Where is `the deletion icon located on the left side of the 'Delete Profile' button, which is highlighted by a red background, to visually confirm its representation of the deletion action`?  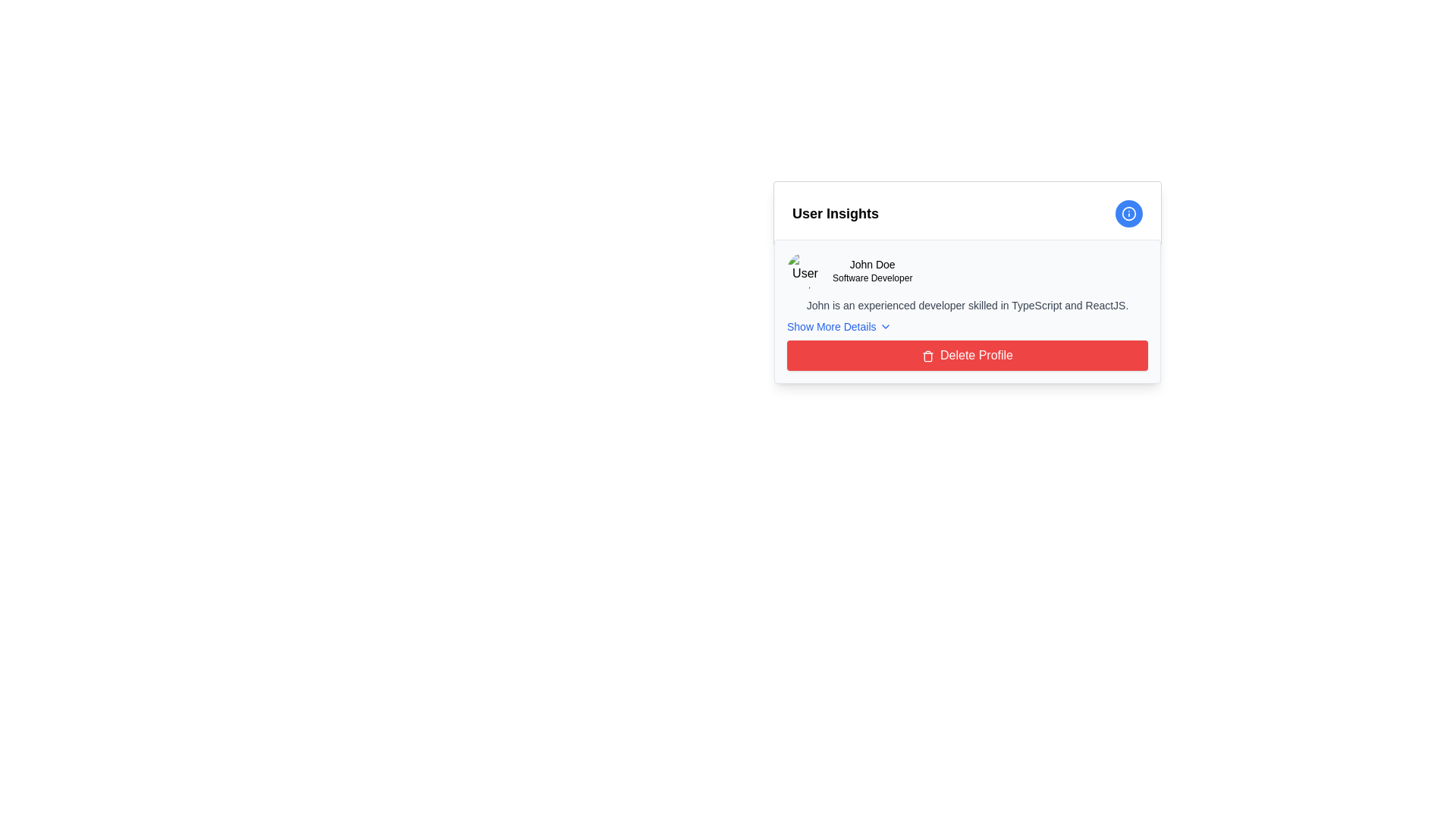
the deletion icon located on the left side of the 'Delete Profile' button, which is highlighted by a red background, to visually confirm its representation of the deletion action is located at coordinates (927, 356).